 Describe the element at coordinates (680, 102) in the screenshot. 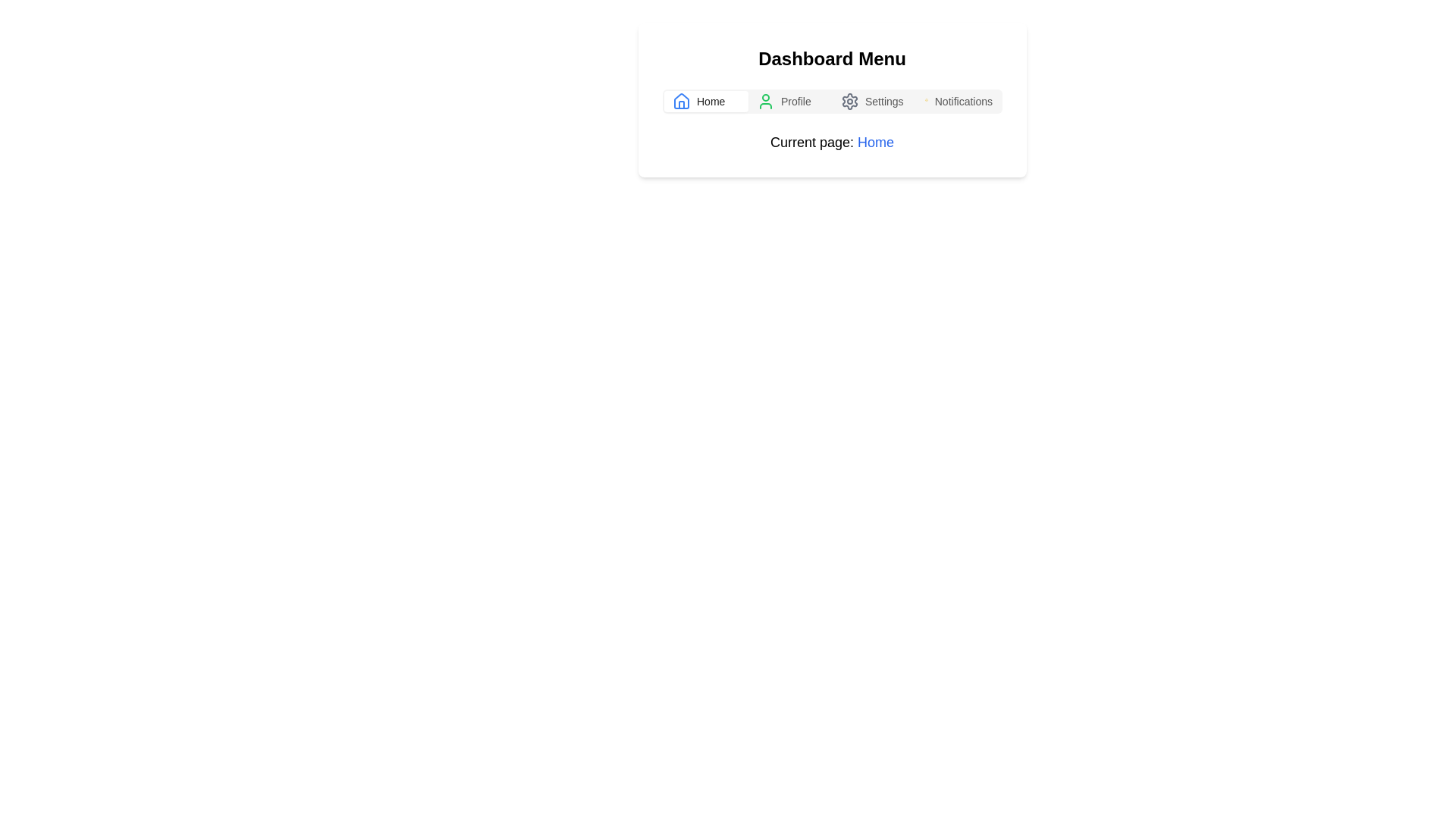

I see `the 'Home' icon in the navigation menu` at that location.